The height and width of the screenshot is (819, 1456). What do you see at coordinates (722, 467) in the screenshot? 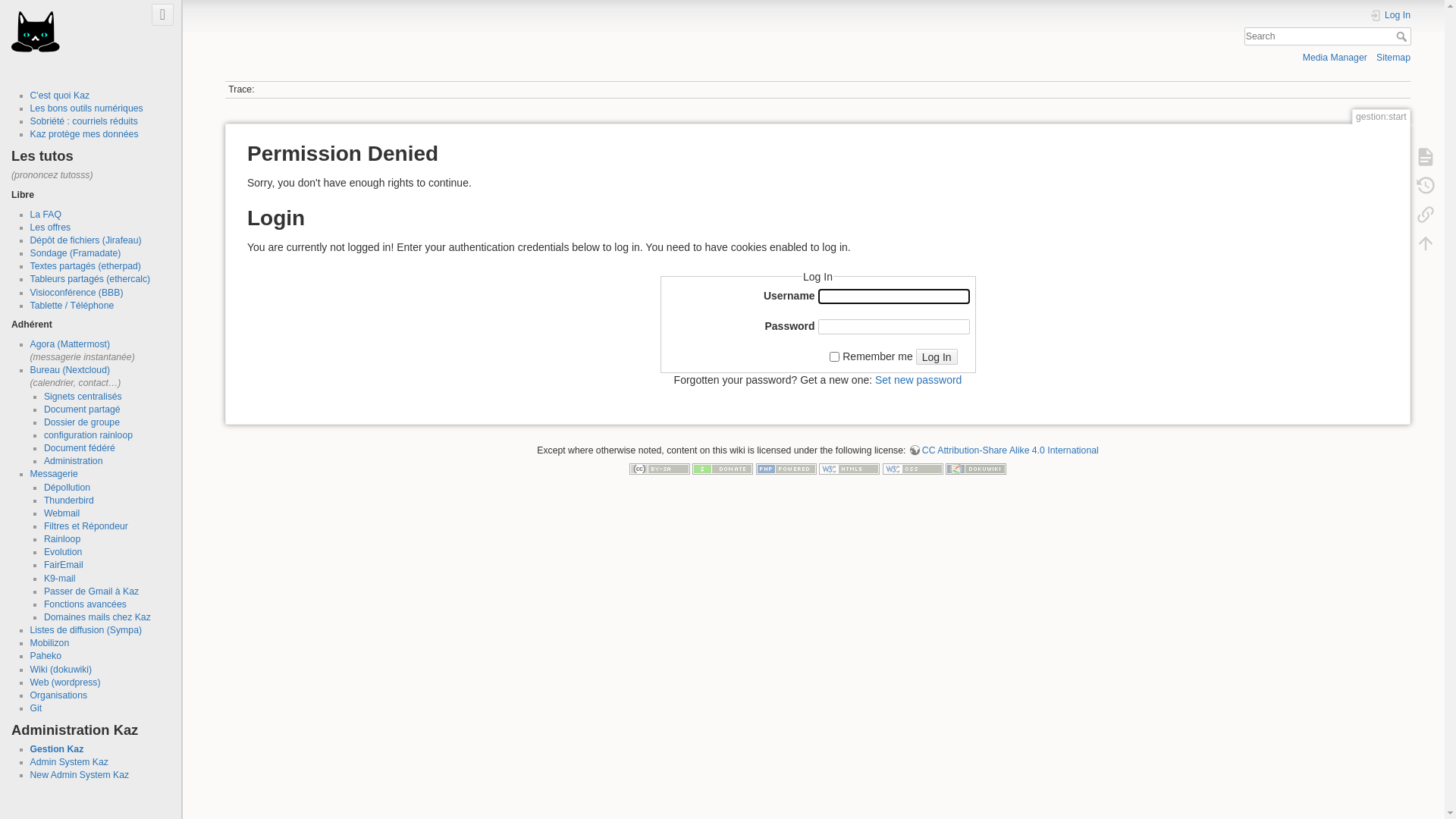
I see `'Donate'` at bounding box center [722, 467].